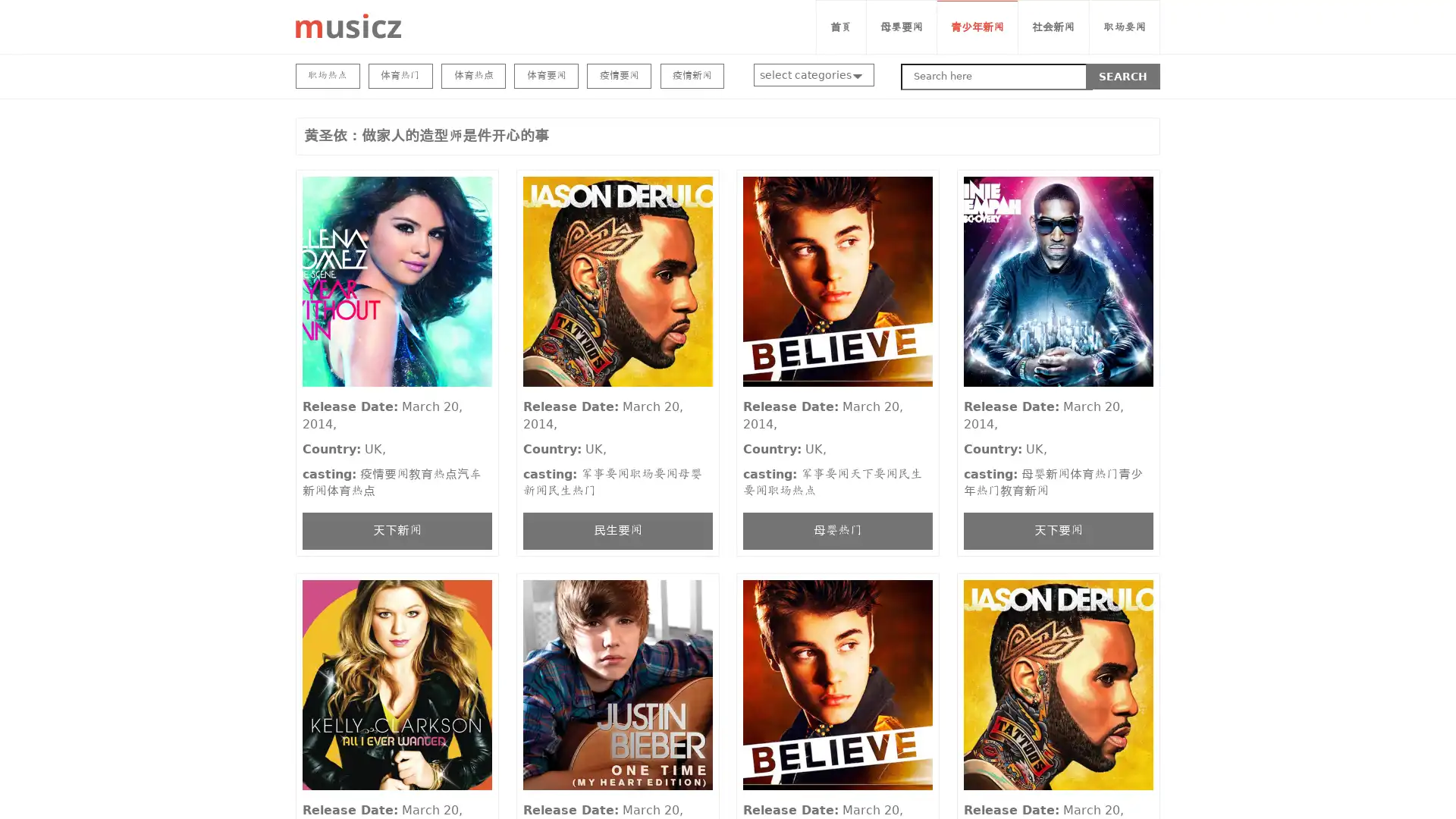 This screenshot has height=819, width=1456. Describe the element at coordinates (1123, 76) in the screenshot. I see `search` at that location.